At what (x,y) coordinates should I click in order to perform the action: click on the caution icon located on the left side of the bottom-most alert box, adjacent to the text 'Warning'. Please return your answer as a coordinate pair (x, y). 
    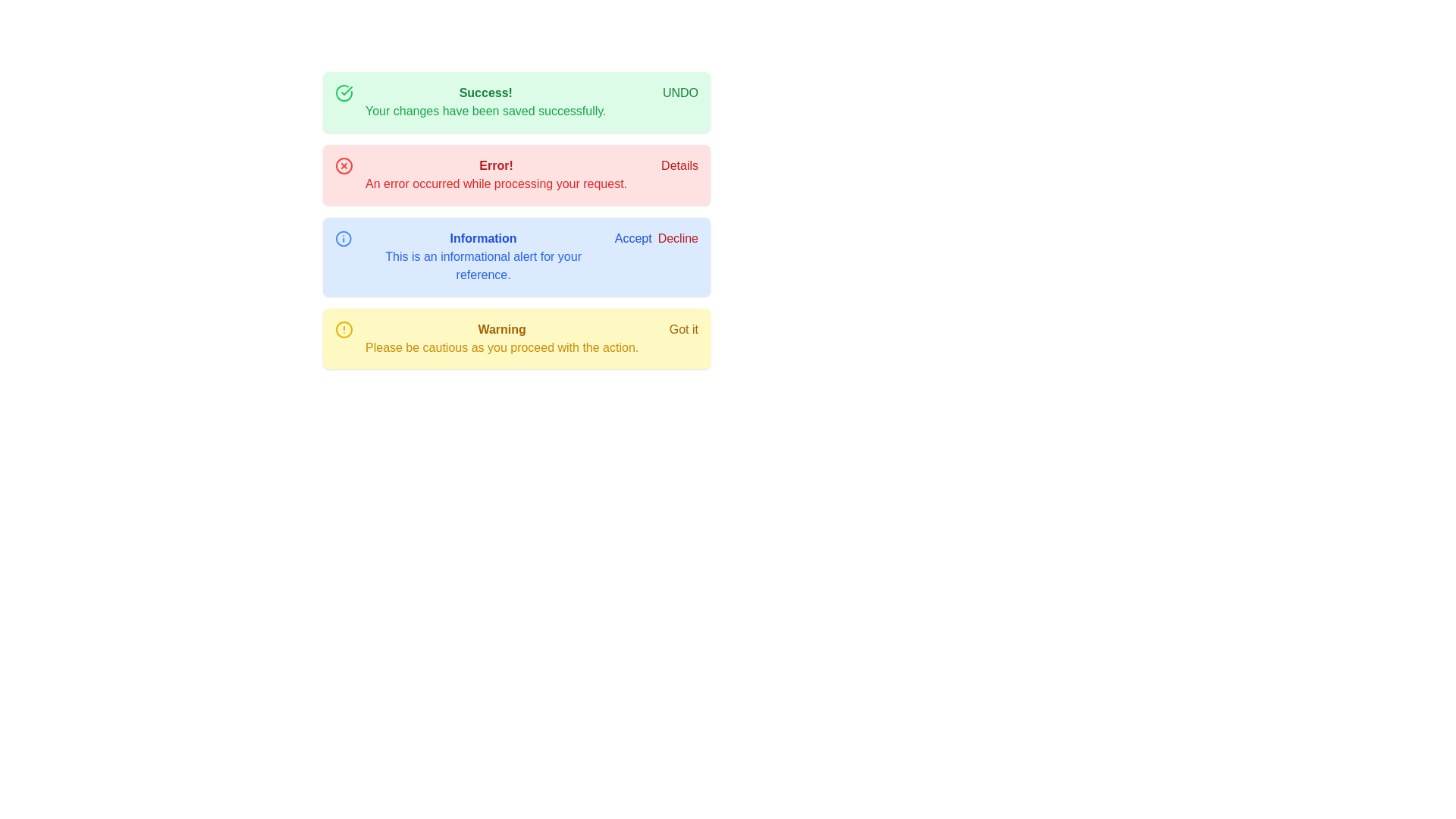
    Looking at the image, I should click on (344, 329).